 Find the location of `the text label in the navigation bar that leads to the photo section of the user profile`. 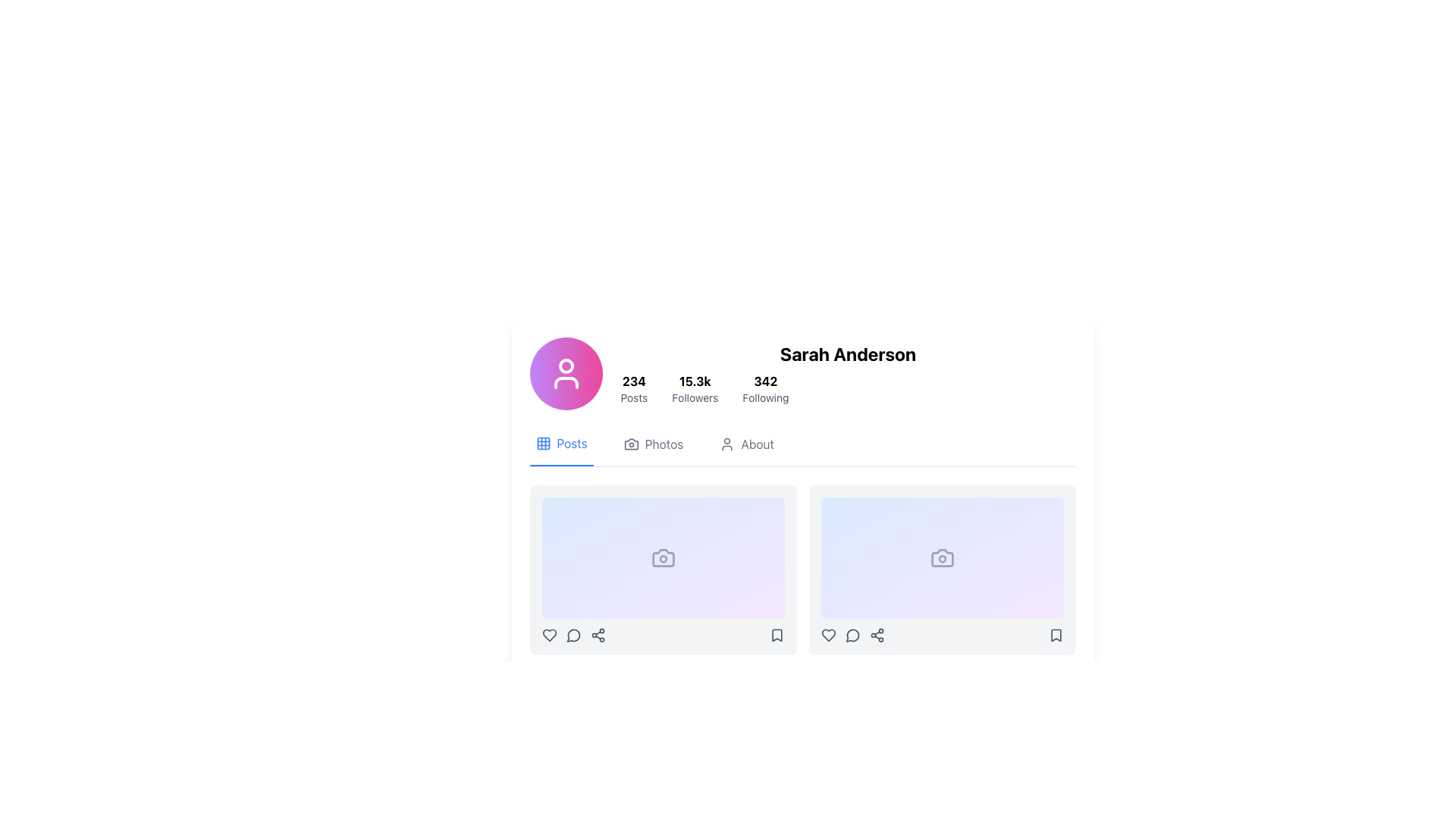

the text label in the navigation bar that leads to the photo section of the user profile is located at coordinates (664, 444).